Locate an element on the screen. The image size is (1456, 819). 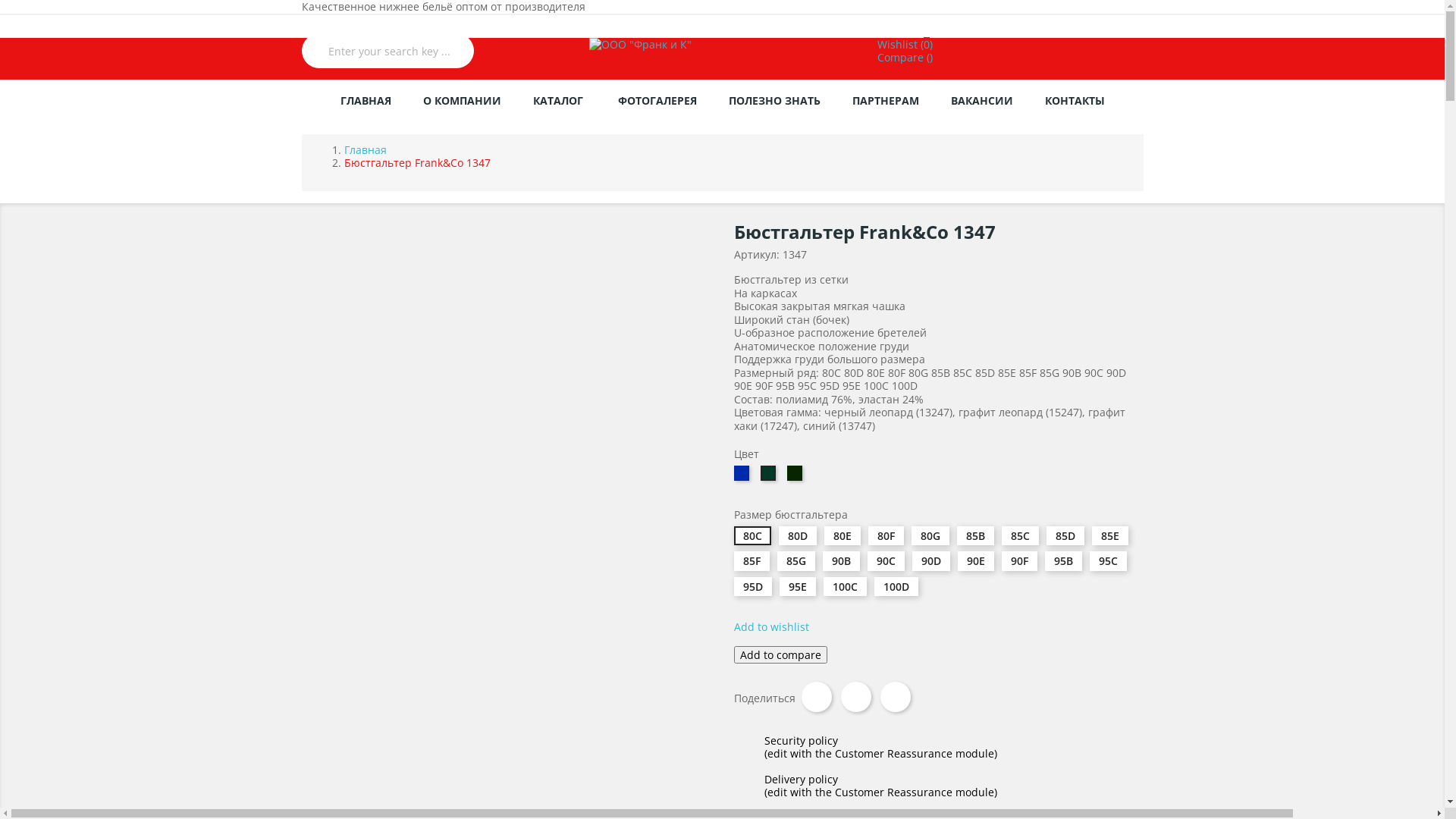
'Add to compare' is located at coordinates (780, 654).